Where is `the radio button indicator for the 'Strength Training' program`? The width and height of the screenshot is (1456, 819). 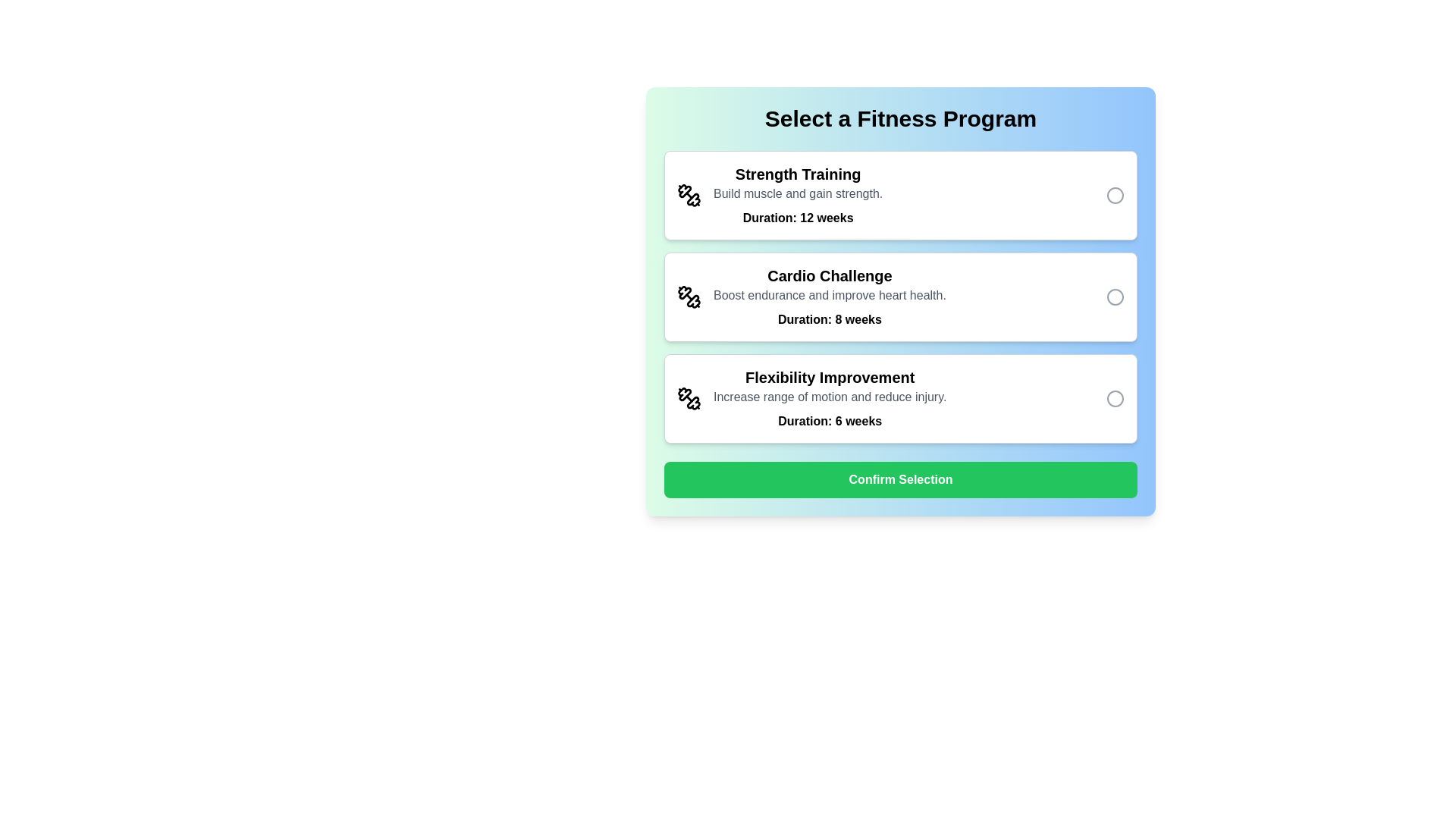 the radio button indicator for the 'Strength Training' program is located at coordinates (1115, 195).